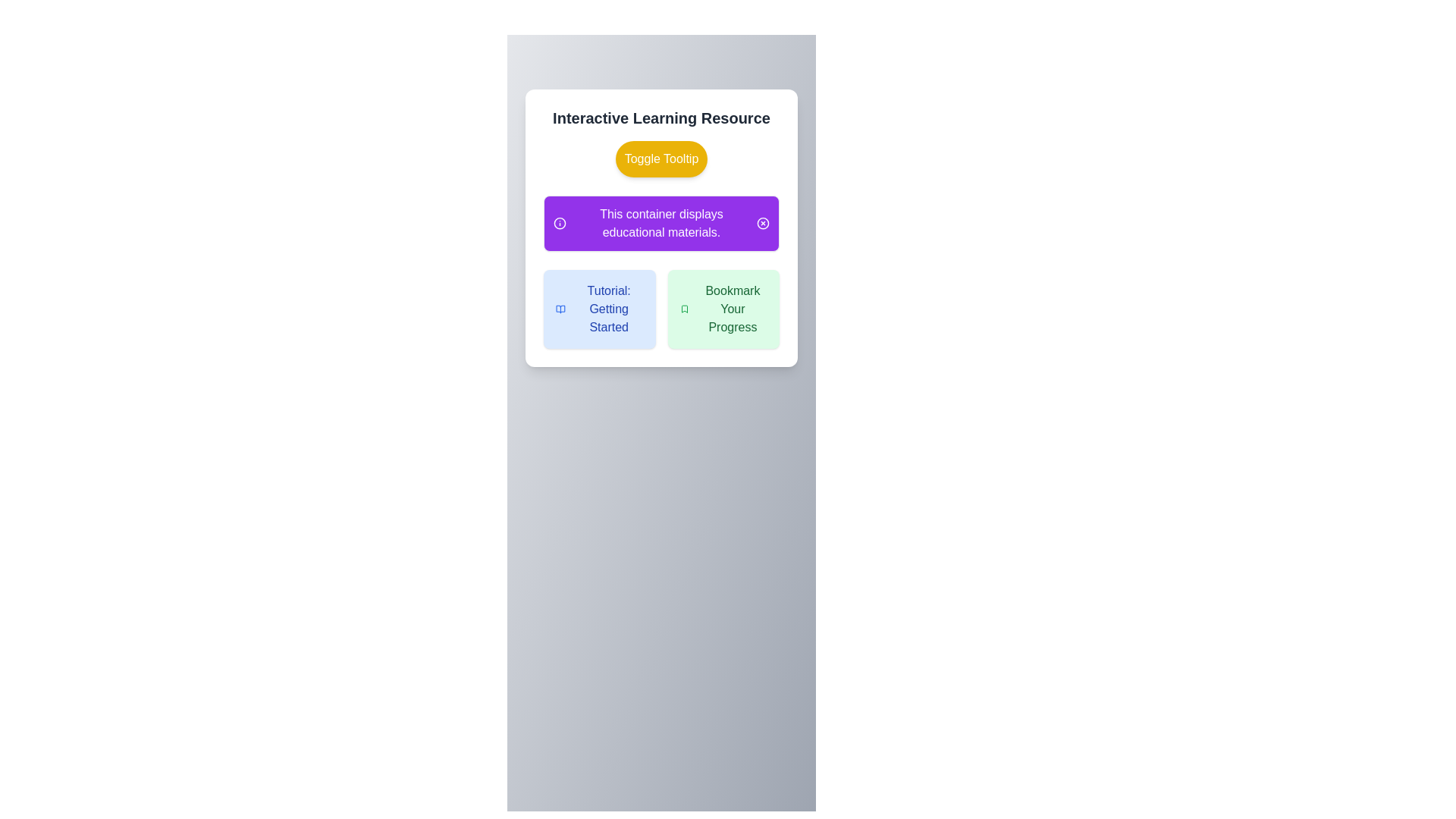 The height and width of the screenshot is (819, 1456). I want to click on the circular close icon with a bold 'X' mark inside it, located at the rightmost side of the purple panel, so click(763, 223).